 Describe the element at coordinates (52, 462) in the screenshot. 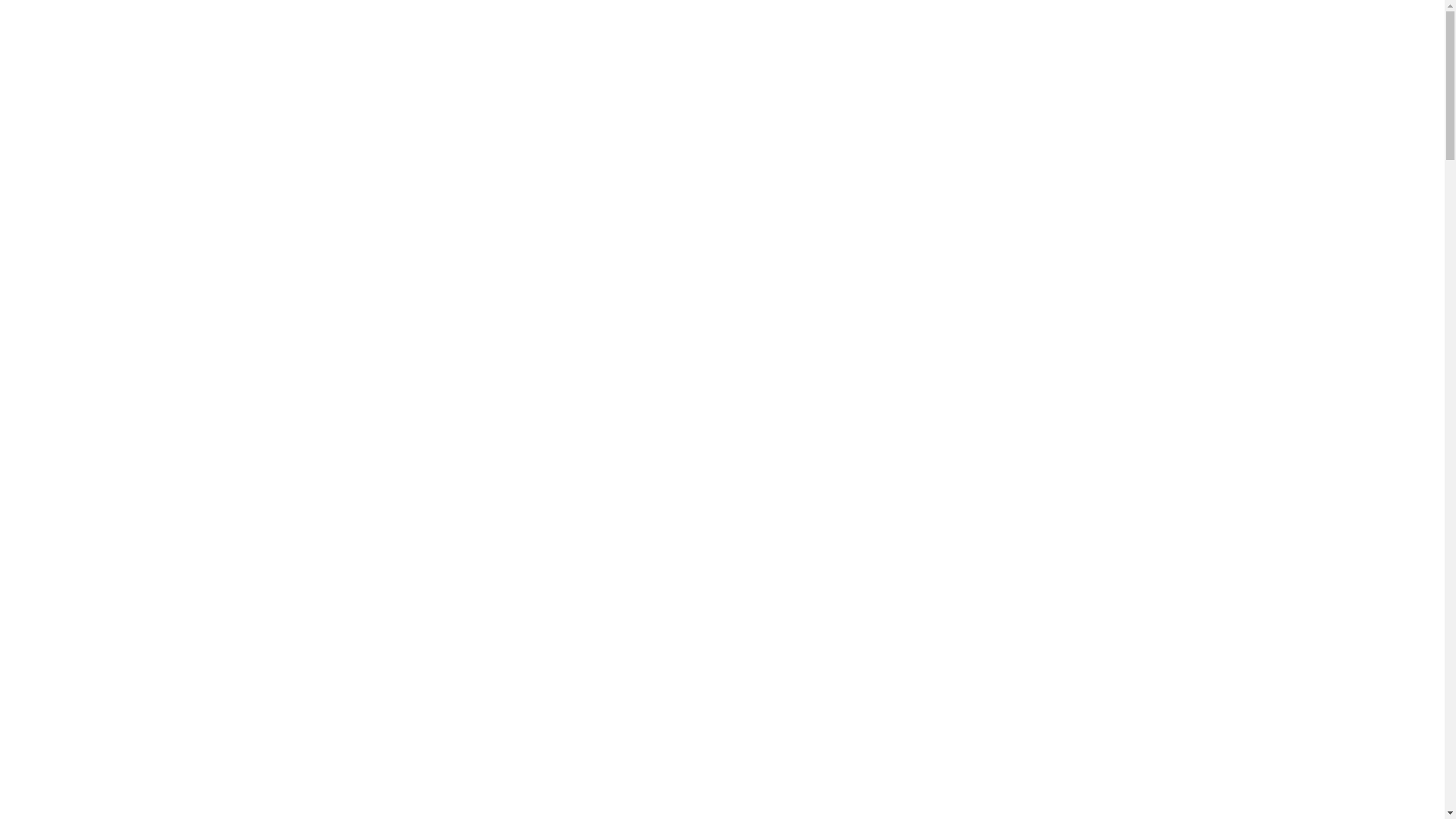

I see `'Home'` at that location.